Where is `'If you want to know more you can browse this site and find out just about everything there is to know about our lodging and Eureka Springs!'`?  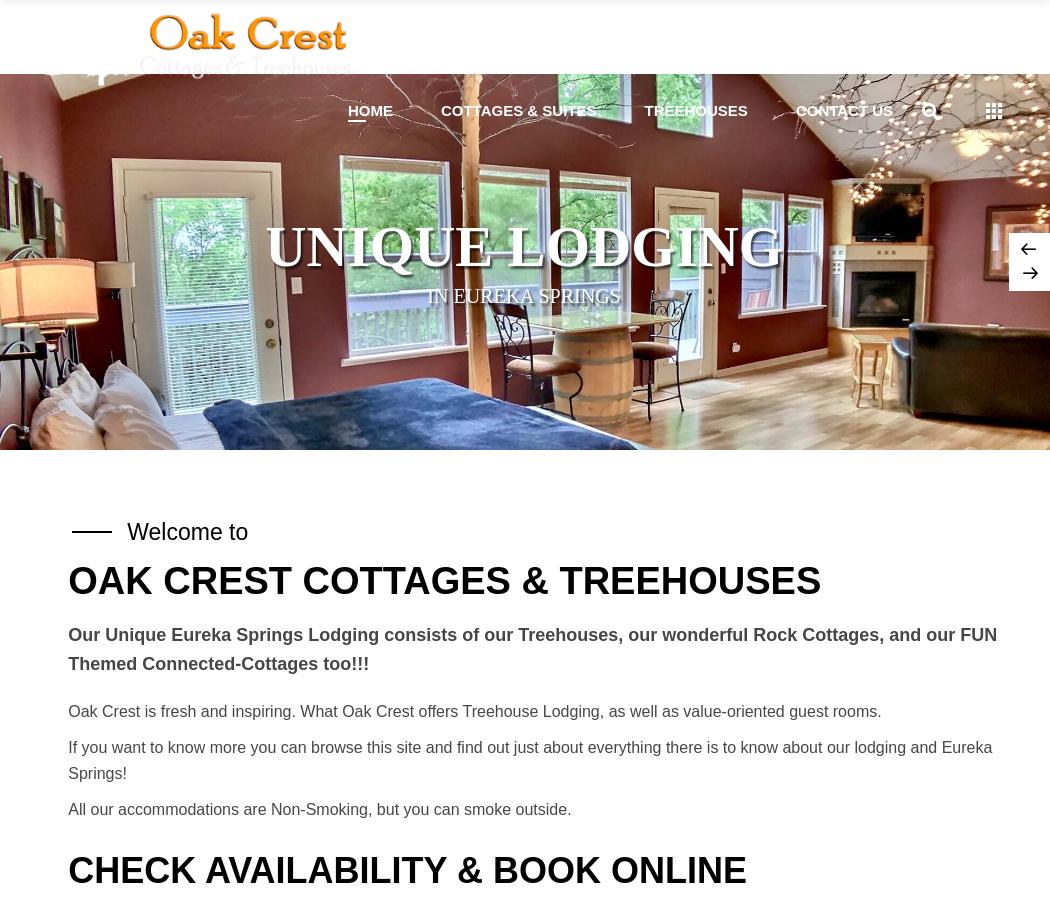 'If you want to know more you can browse this site and find out just about everything there is to know about our lodging and Eureka Springs!' is located at coordinates (67, 759).